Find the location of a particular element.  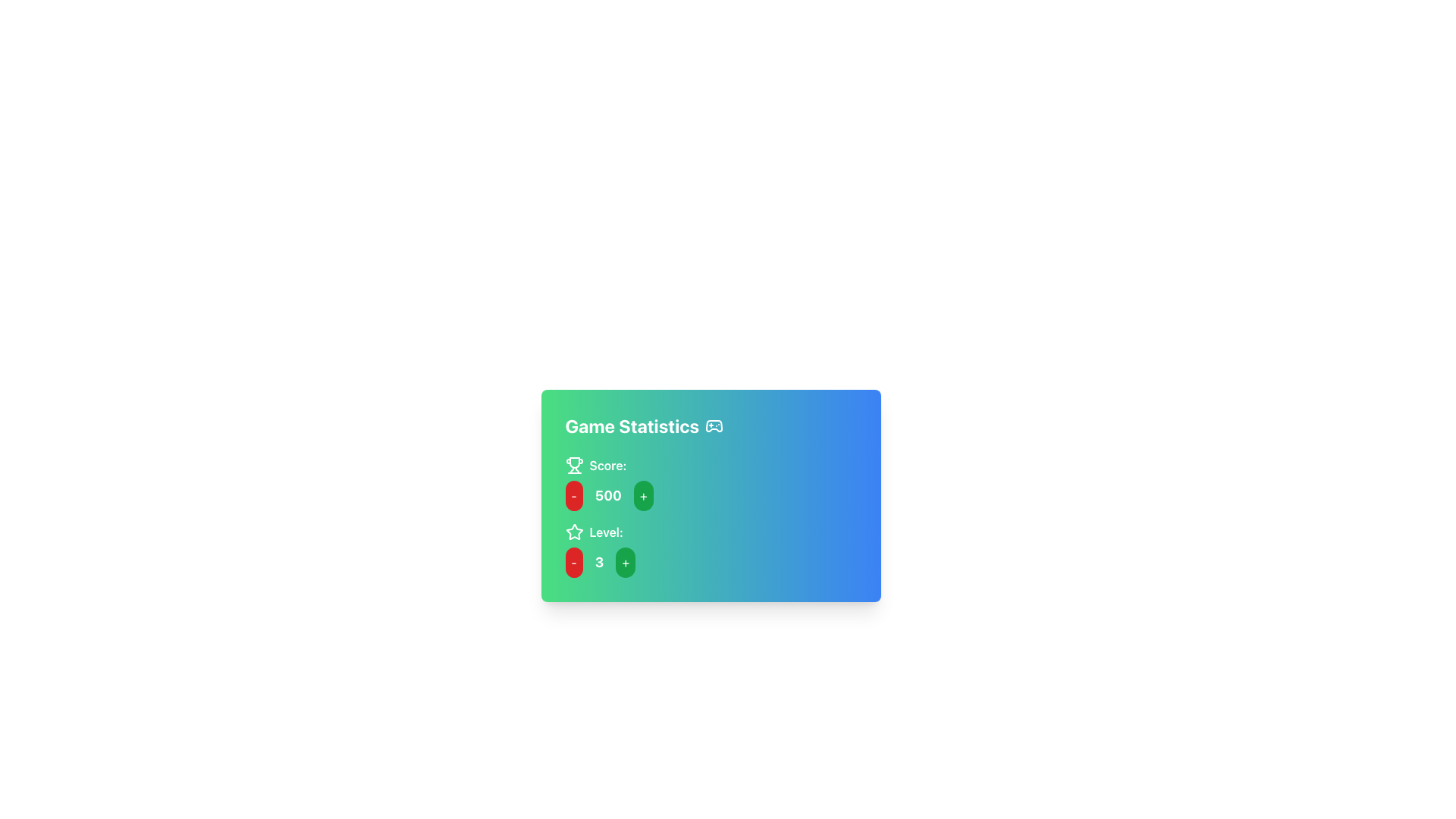

the 'Score:' text label that indicates the user's current or achieved score in the game, located in the upper-middle section of the context panel is located at coordinates (607, 464).